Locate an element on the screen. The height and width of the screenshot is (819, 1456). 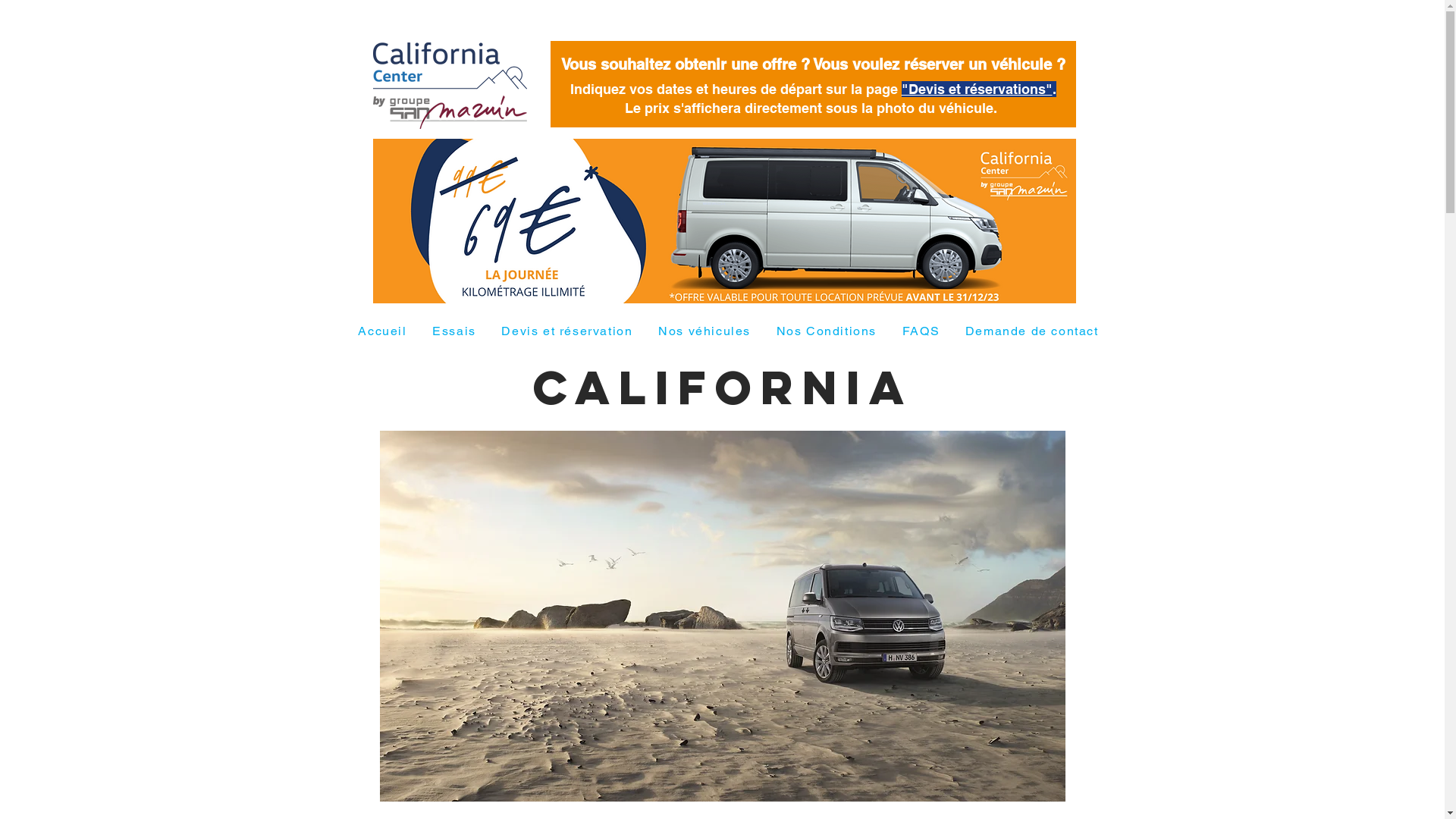
'Nos Conditions' is located at coordinates (825, 331).